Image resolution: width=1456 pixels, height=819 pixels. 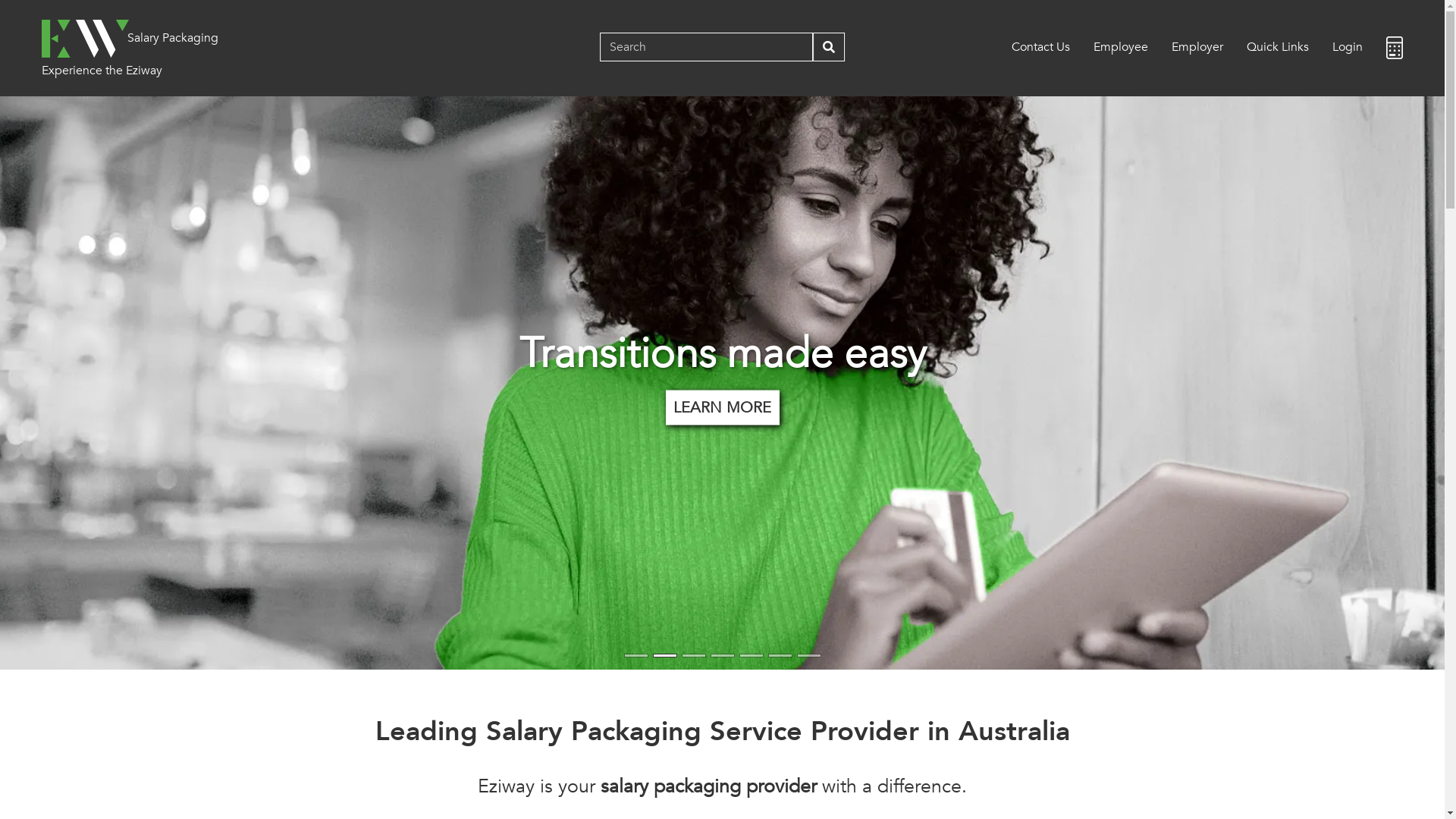 I want to click on 'LEARN MORE', so click(x=666, y=406).